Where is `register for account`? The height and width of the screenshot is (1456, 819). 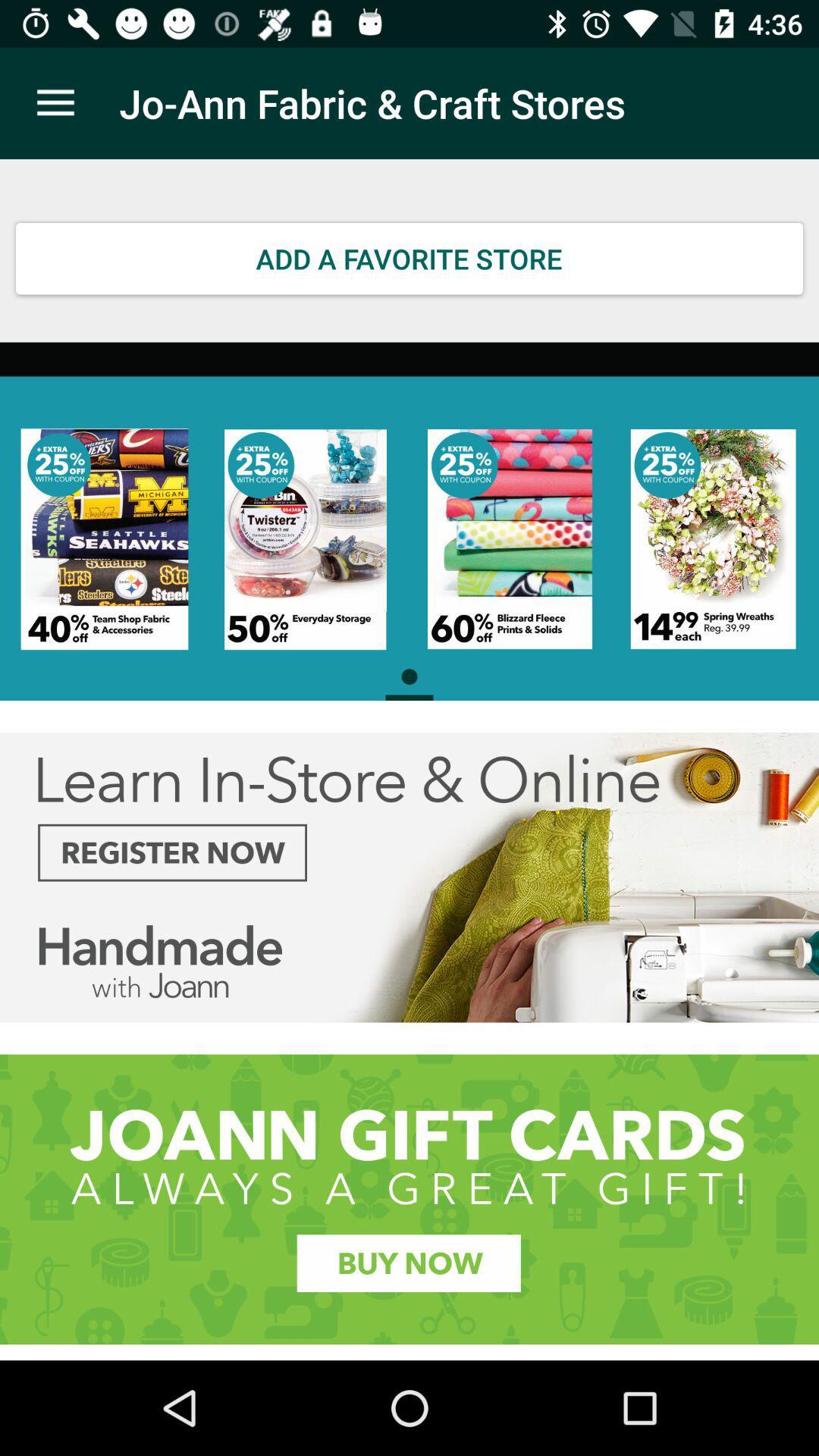 register for account is located at coordinates (409, 877).